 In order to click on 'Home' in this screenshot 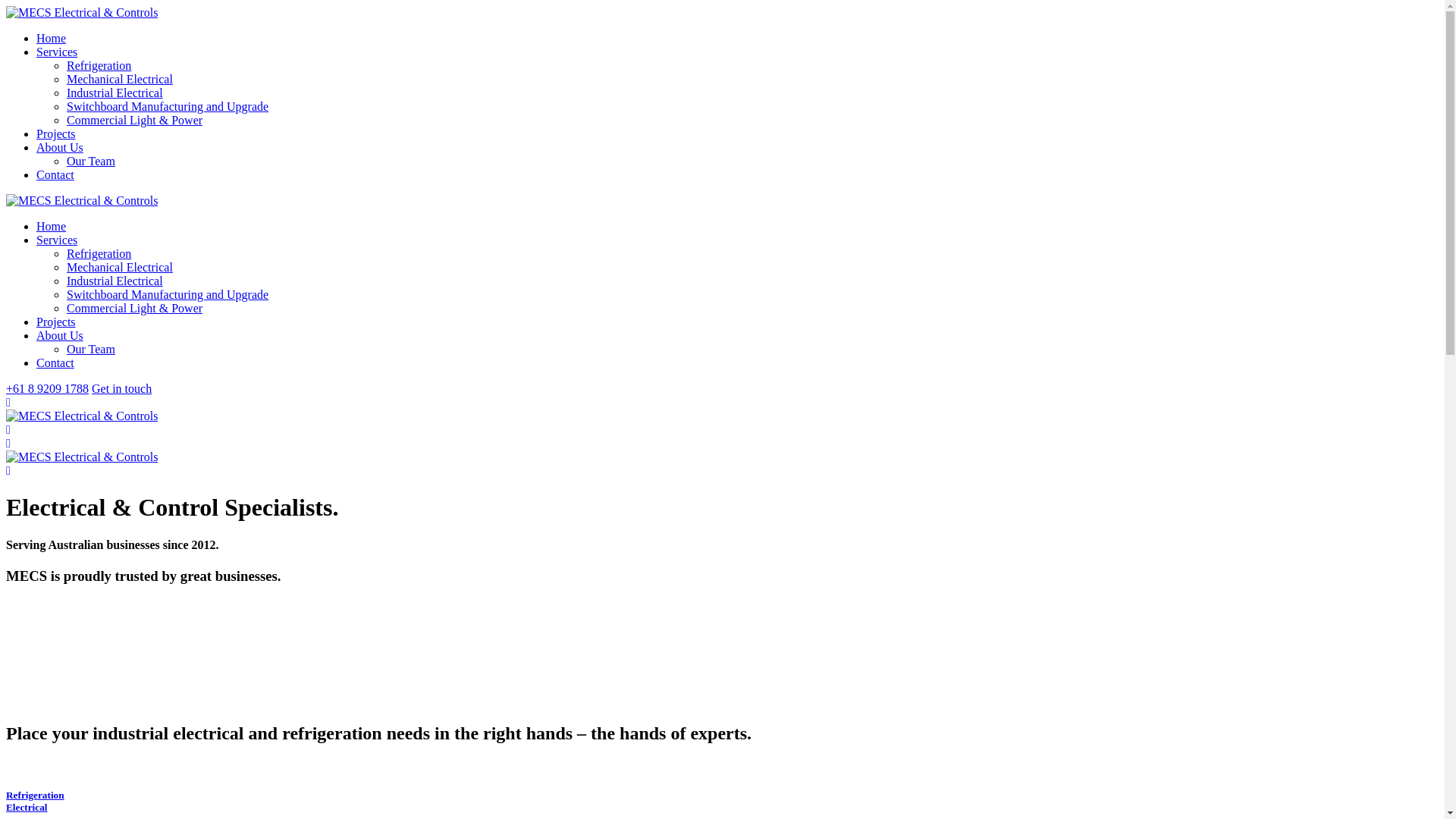, I will do `click(51, 226)`.